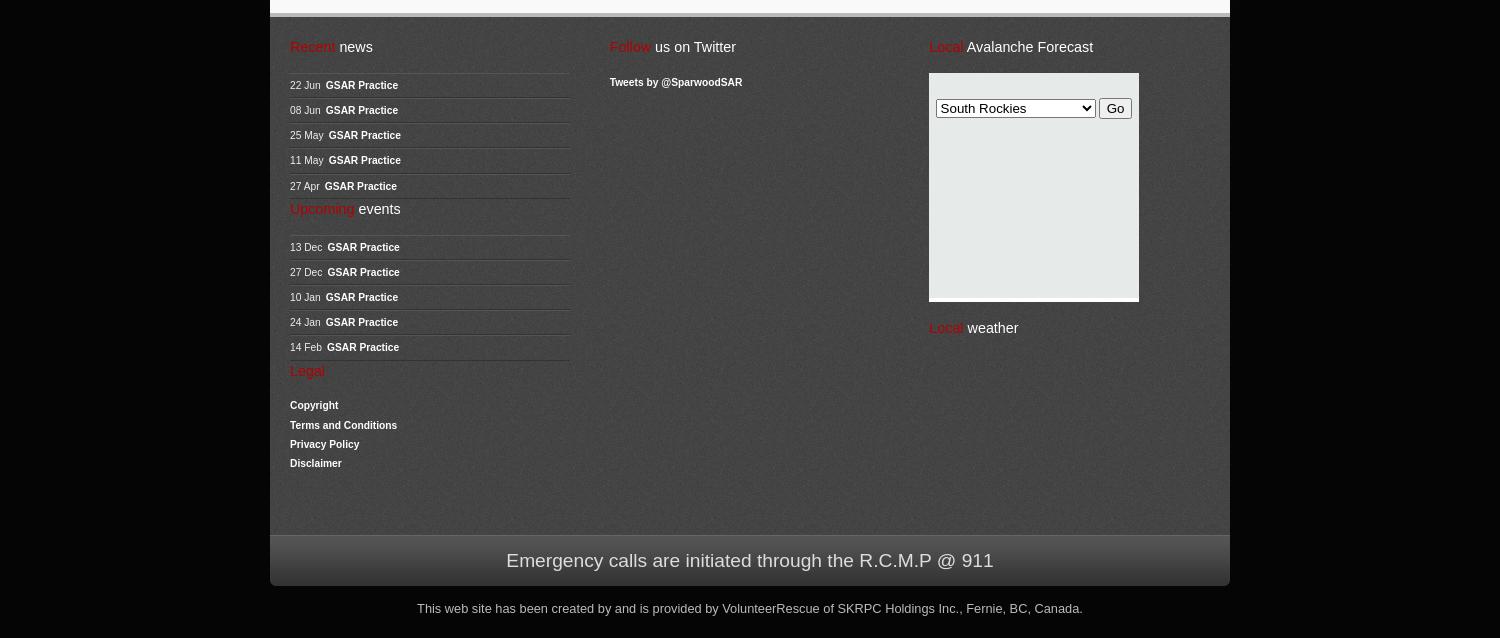 The height and width of the screenshot is (638, 1500). What do you see at coordinates (306, 135) in the screenshot?
I see `'25 May'` at bounding box center [306, 135].